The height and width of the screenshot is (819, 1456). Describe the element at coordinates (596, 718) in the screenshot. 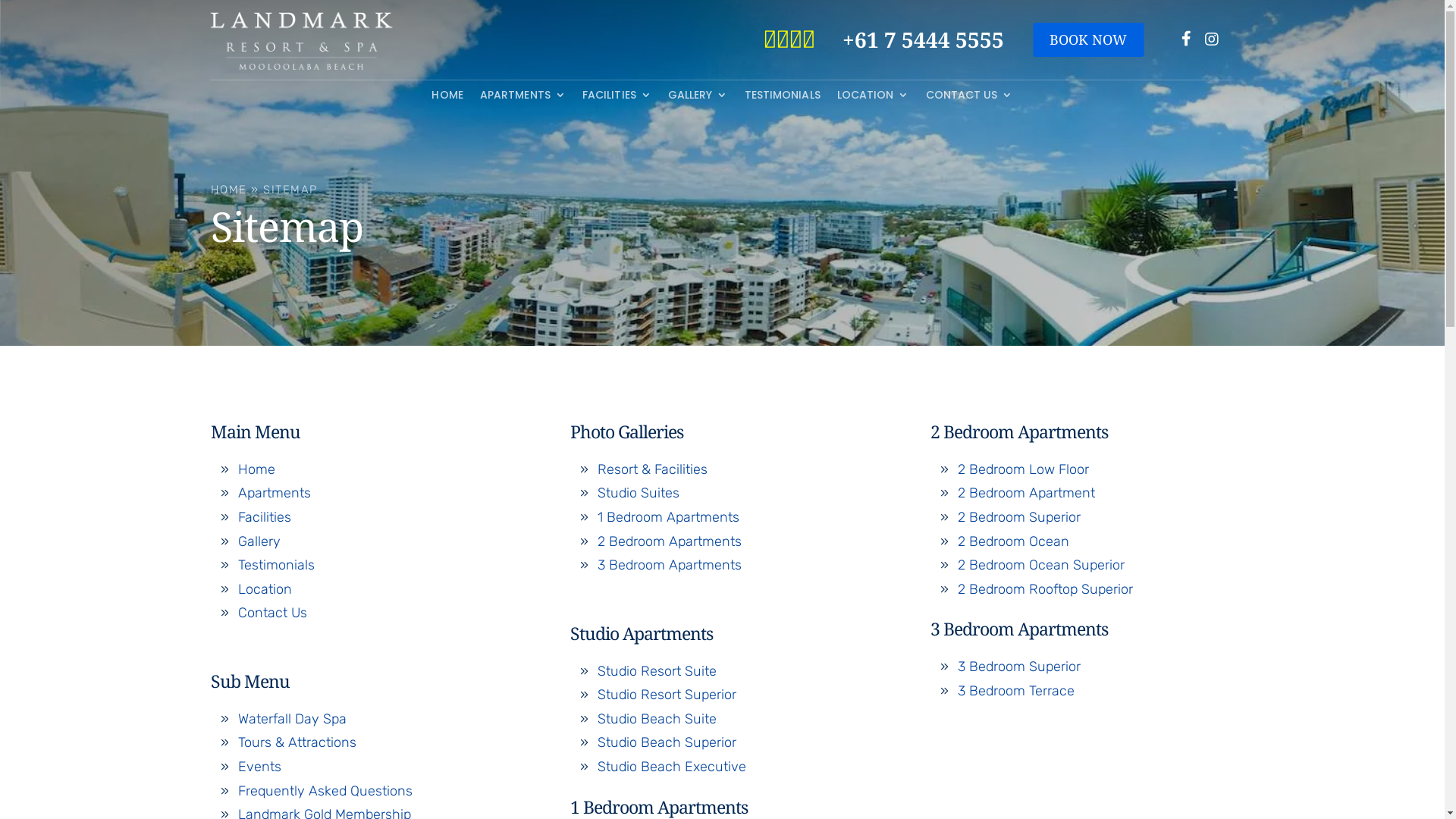

I see `'Studio Beach Suite'` at that location.